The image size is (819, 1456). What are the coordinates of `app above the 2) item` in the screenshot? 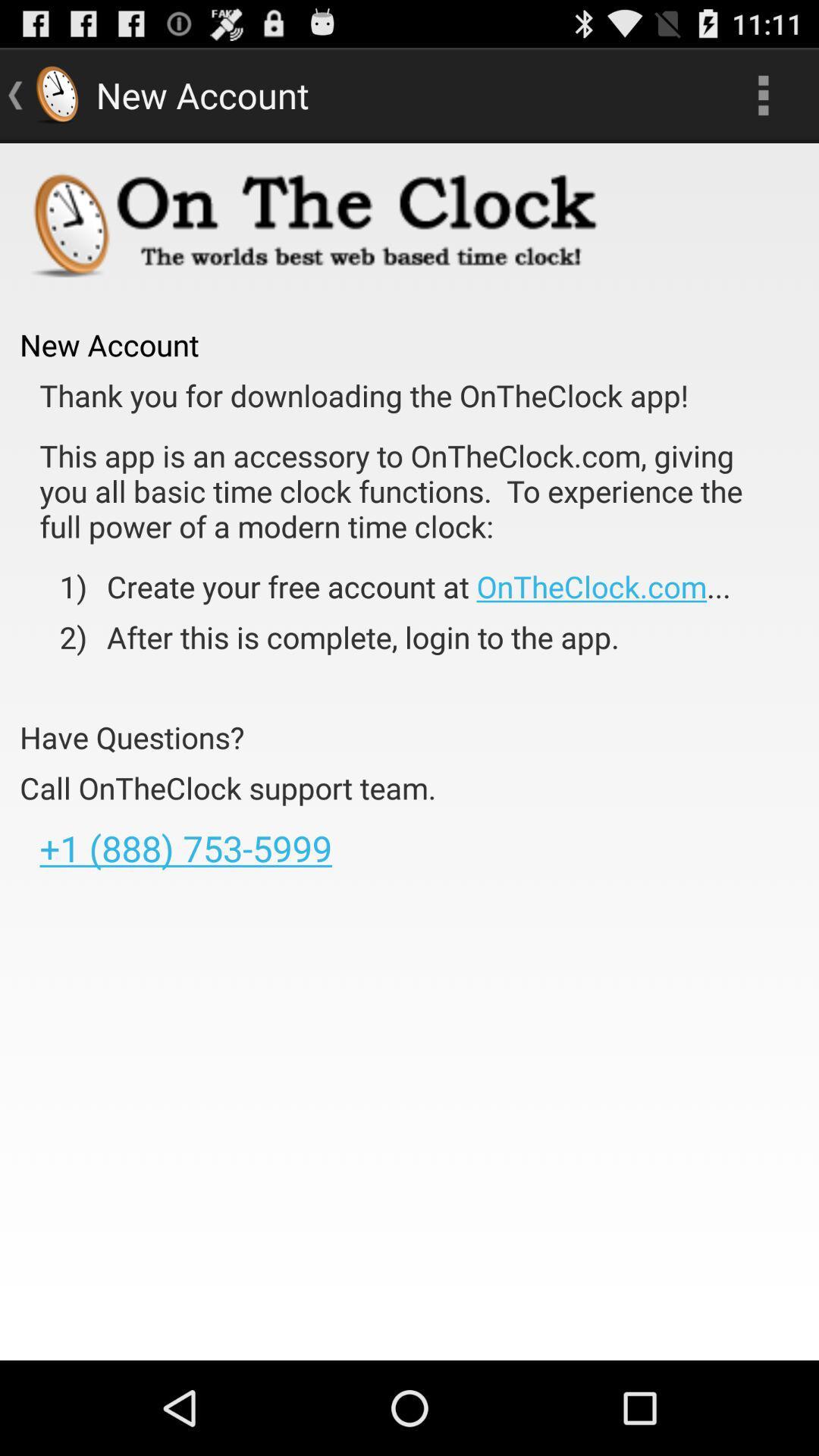 It's located at (408, 585).